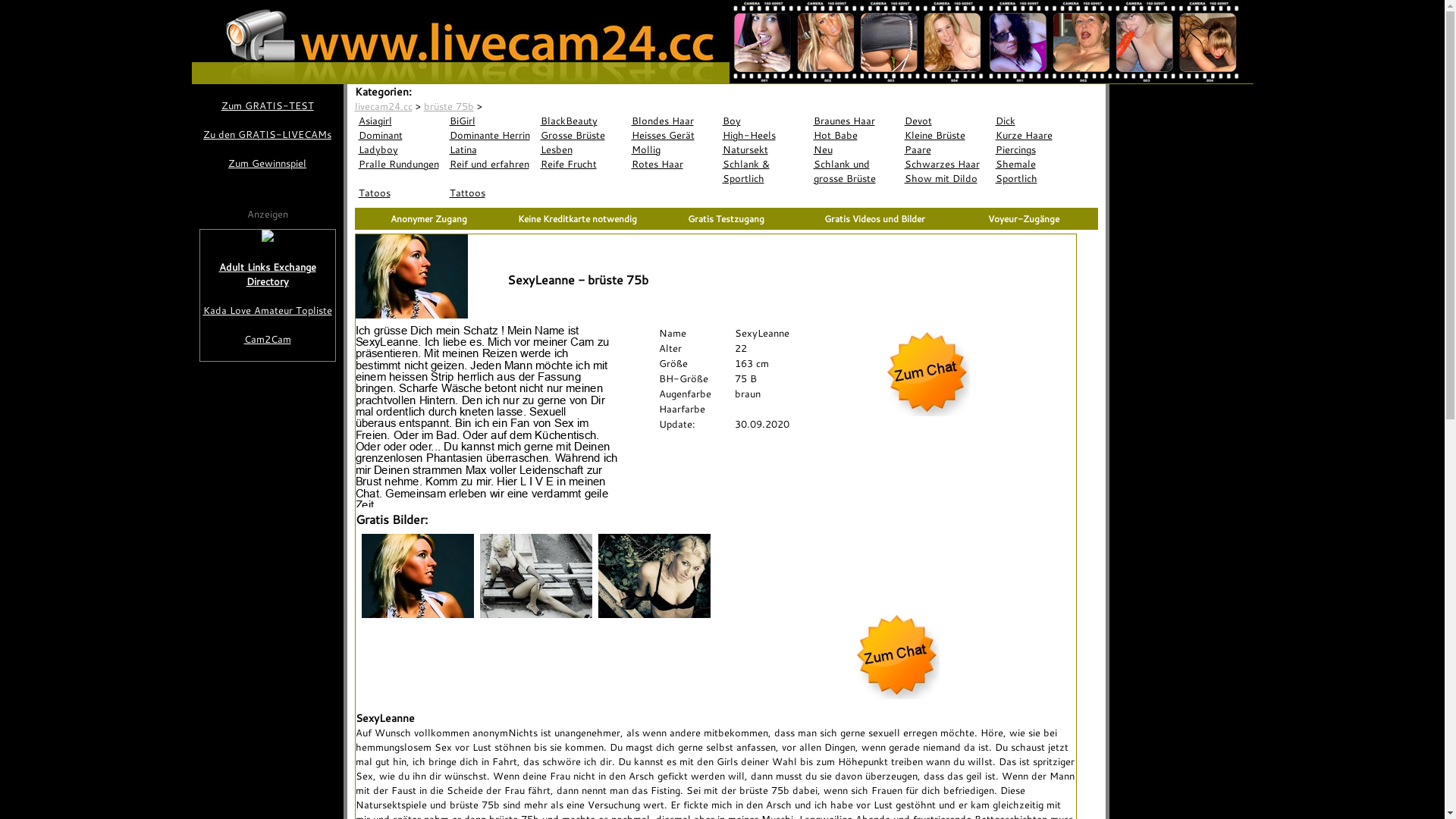 Image resolution: width=1456 pixels, height=819 pixels. What do you see at coordinates (400, 134) in the screenshot?
I see `'Dominant'` at bounding box center [400, 134].